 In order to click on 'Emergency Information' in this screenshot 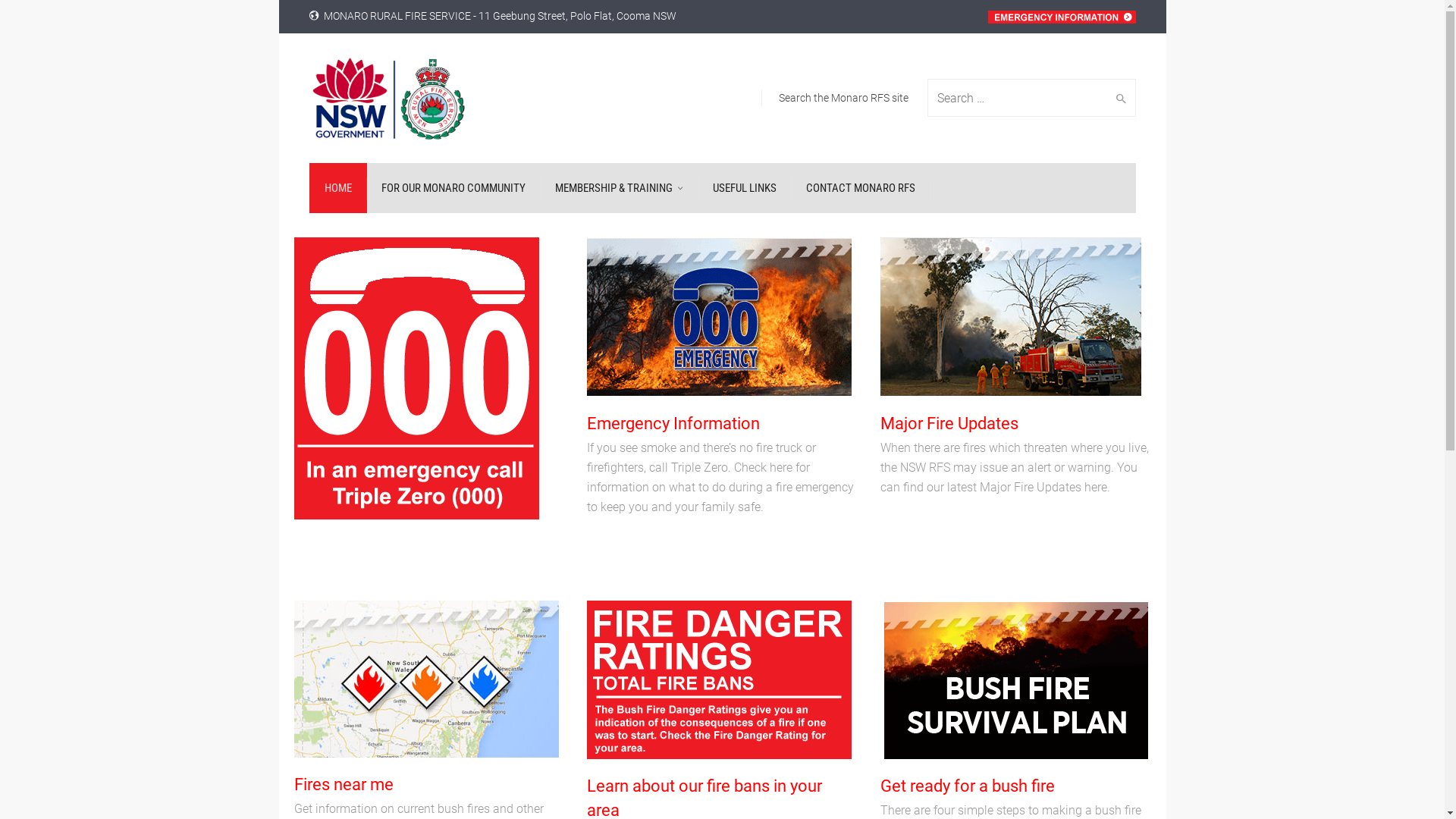, I will do `click(673, 423)`.